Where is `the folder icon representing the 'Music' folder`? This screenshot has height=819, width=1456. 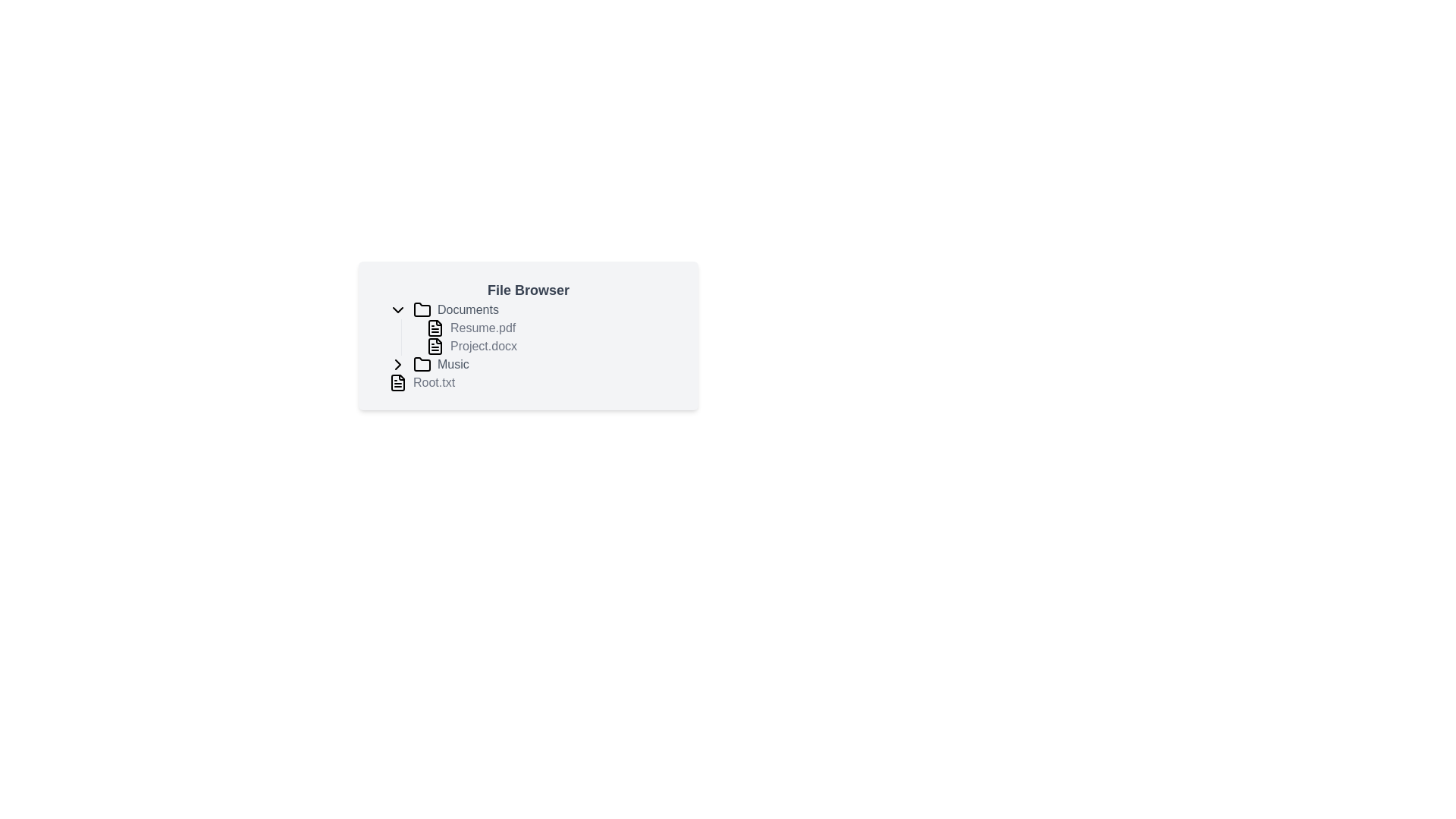
the folder icon representing the 'Music' folder is located at coordinates (428, 365).